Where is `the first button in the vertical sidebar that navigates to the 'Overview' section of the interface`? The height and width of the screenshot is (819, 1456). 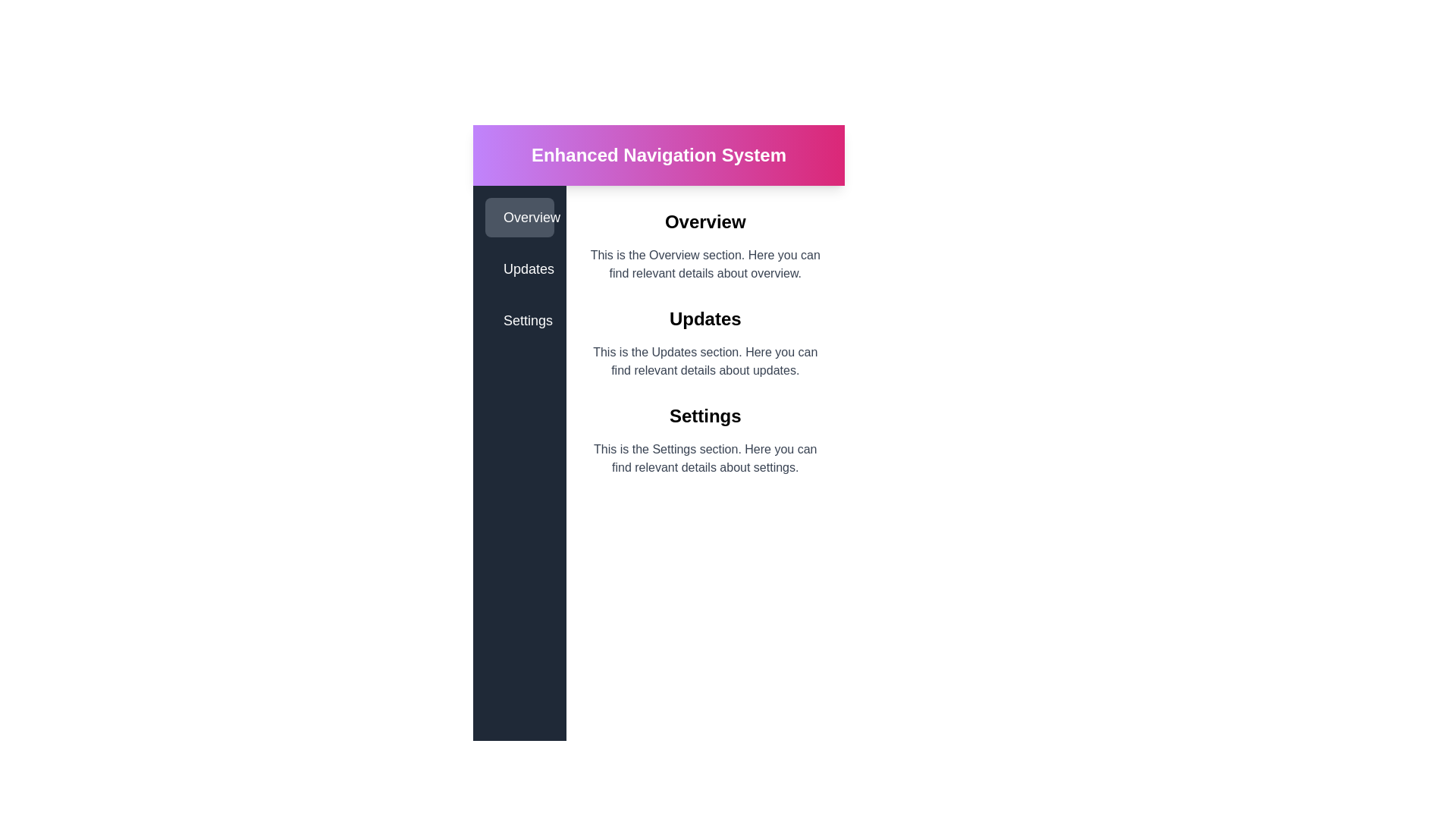
the first button in the vertical sidebar that navigates to the 'Overview' section of the interface is located at coordinates (519, 217).